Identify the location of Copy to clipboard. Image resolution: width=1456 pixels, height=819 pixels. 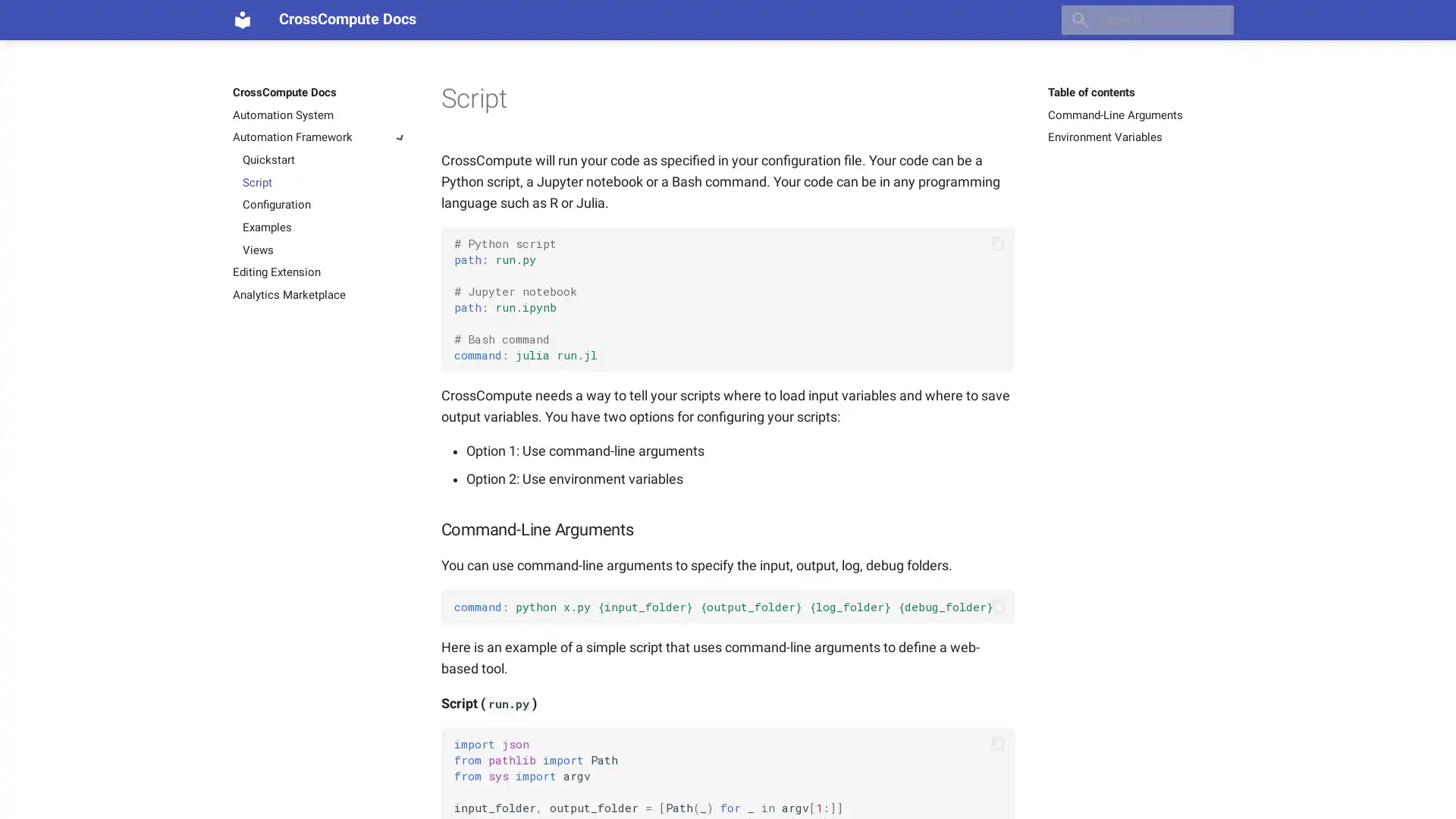
(997, 742).